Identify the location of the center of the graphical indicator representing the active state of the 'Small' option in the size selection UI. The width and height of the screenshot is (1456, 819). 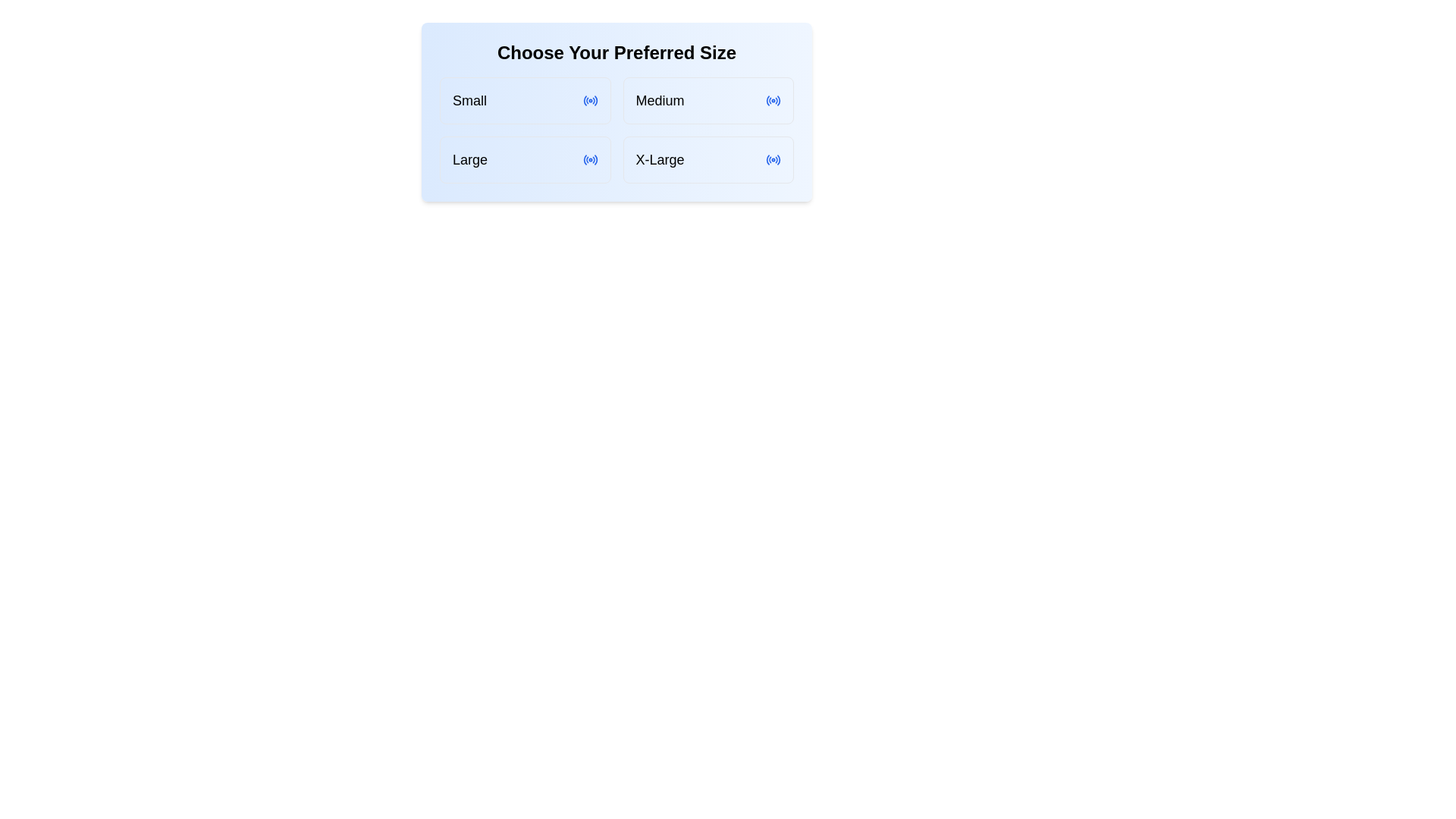
(589, 100).